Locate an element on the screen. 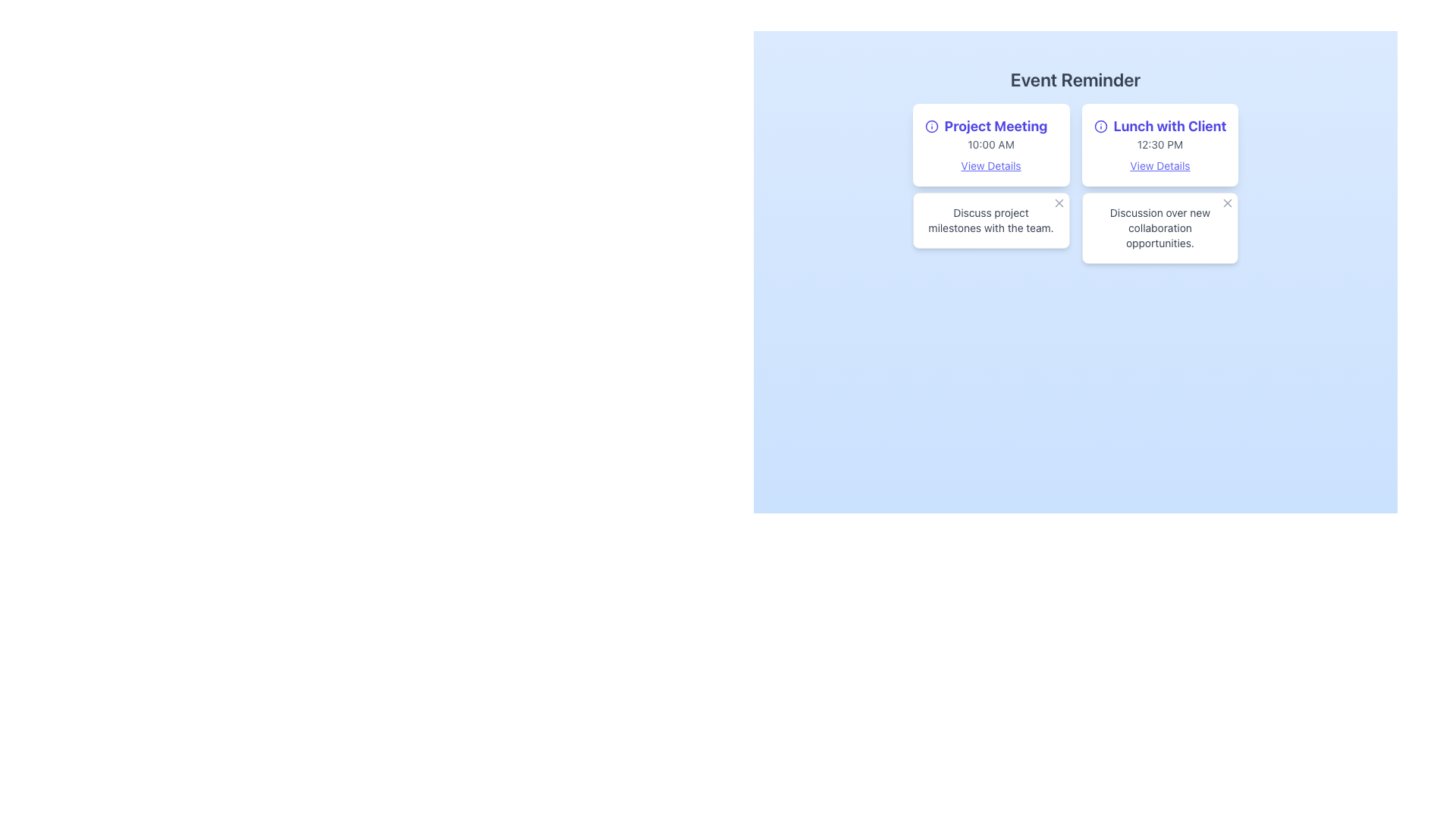  text content of the informational popup displaying 'Discussion over new collaboration opportunities', which appears below the 'Lunch with Client' event is located at coordinates (1159, 227).